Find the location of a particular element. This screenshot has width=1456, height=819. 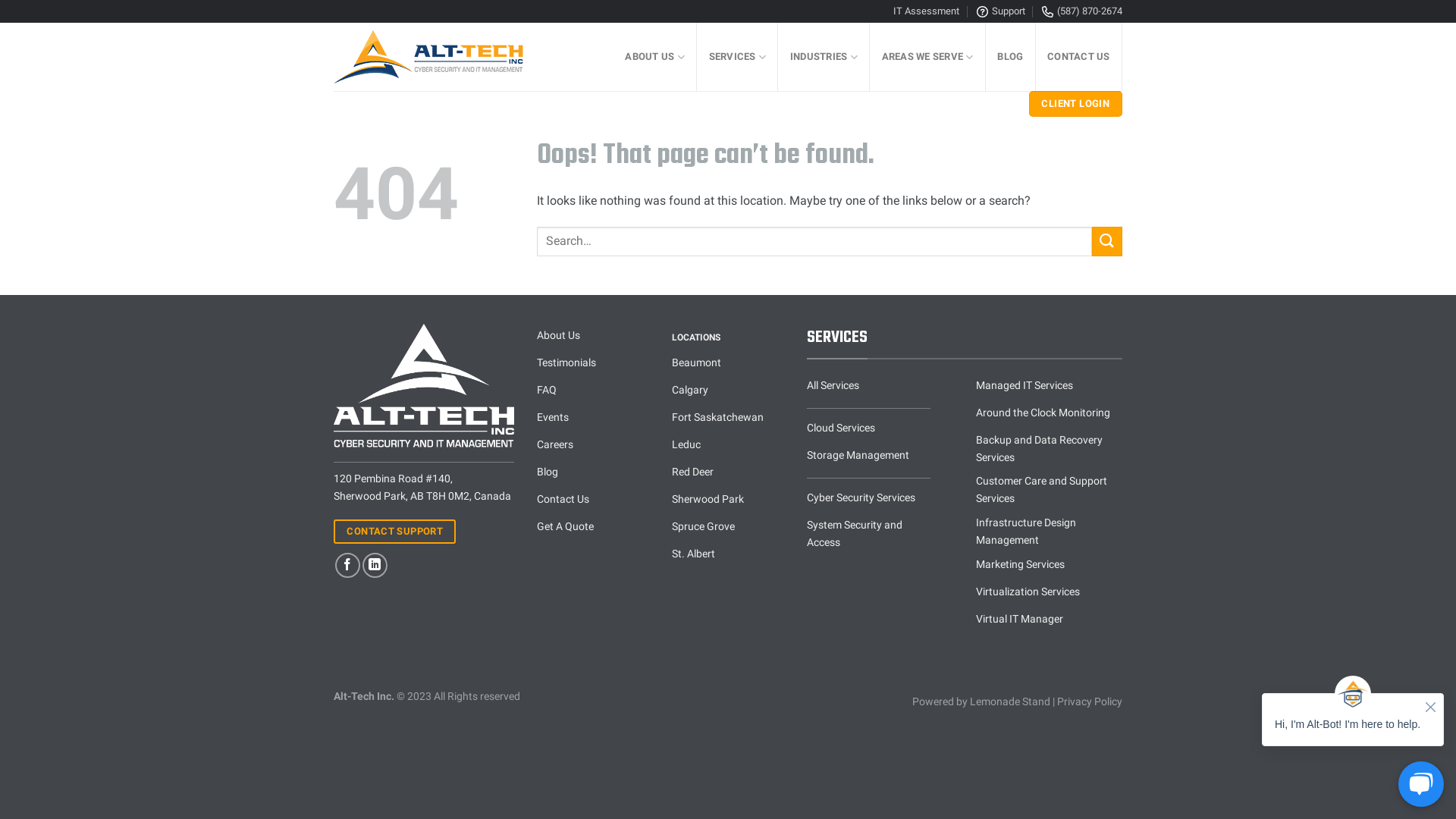

'Virtual IT Manager' is located at coordinates (1048, 620).